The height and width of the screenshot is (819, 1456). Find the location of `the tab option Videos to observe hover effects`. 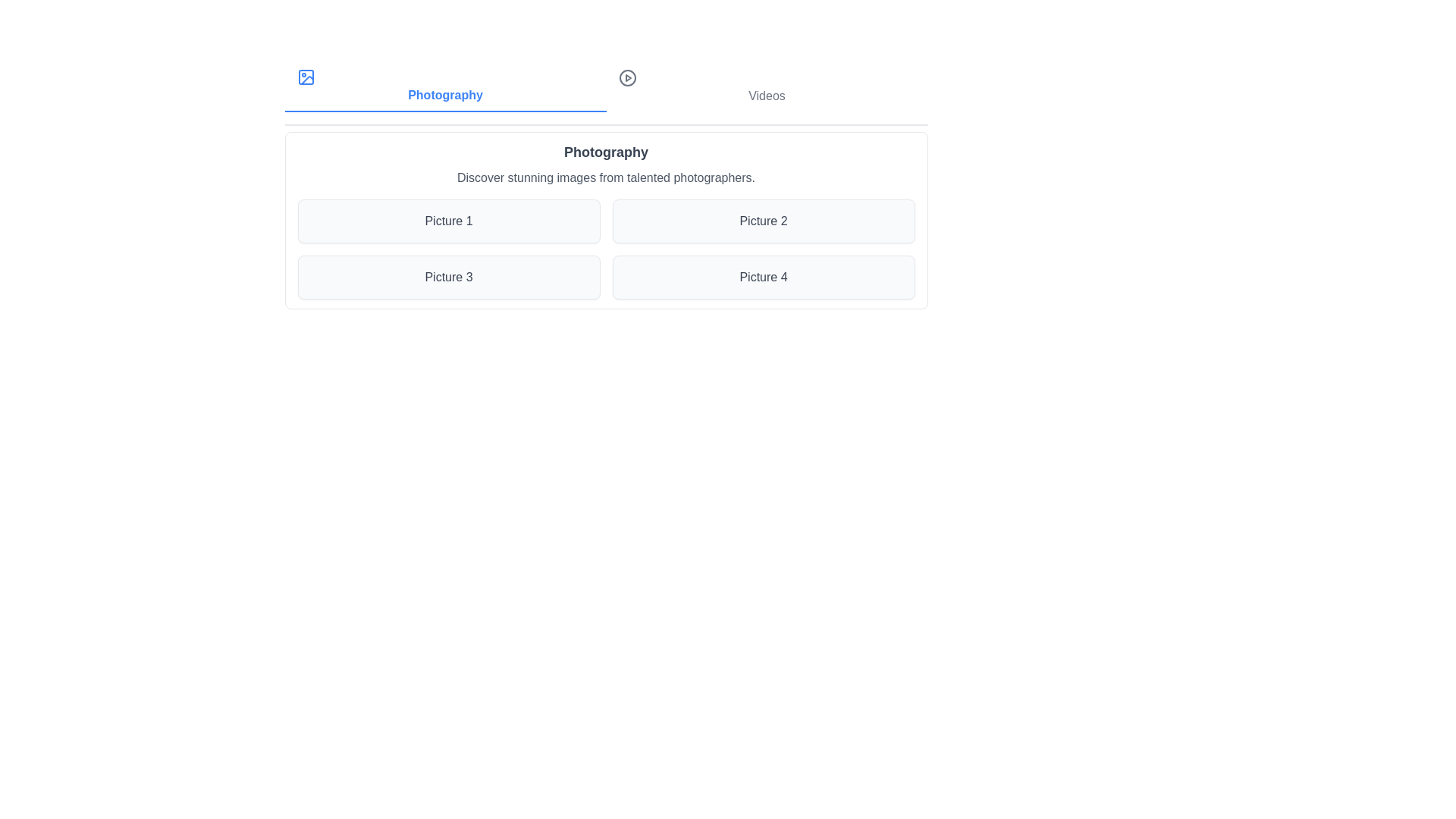

the tab option Videos to observe hover effects is located at coordinates (767, 87).